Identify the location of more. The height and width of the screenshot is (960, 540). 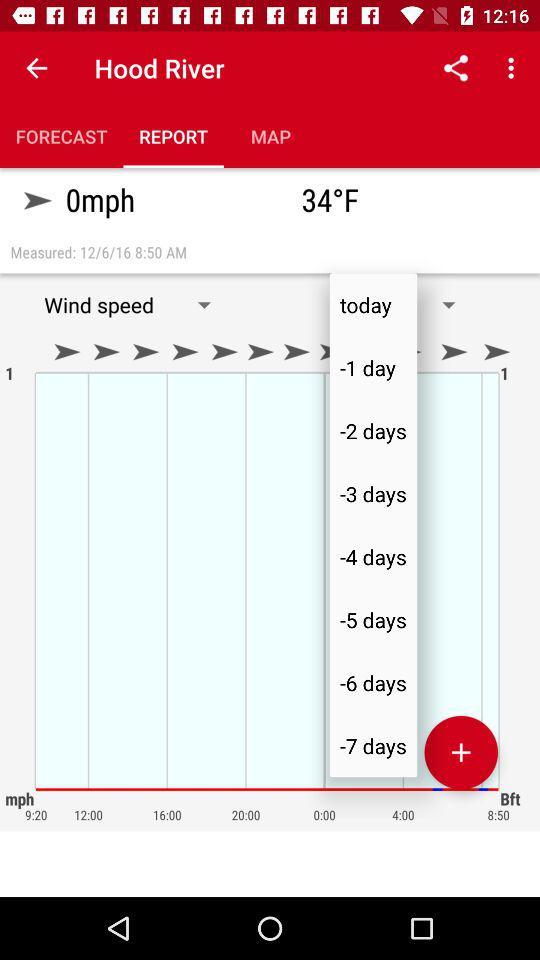
(461, 751).